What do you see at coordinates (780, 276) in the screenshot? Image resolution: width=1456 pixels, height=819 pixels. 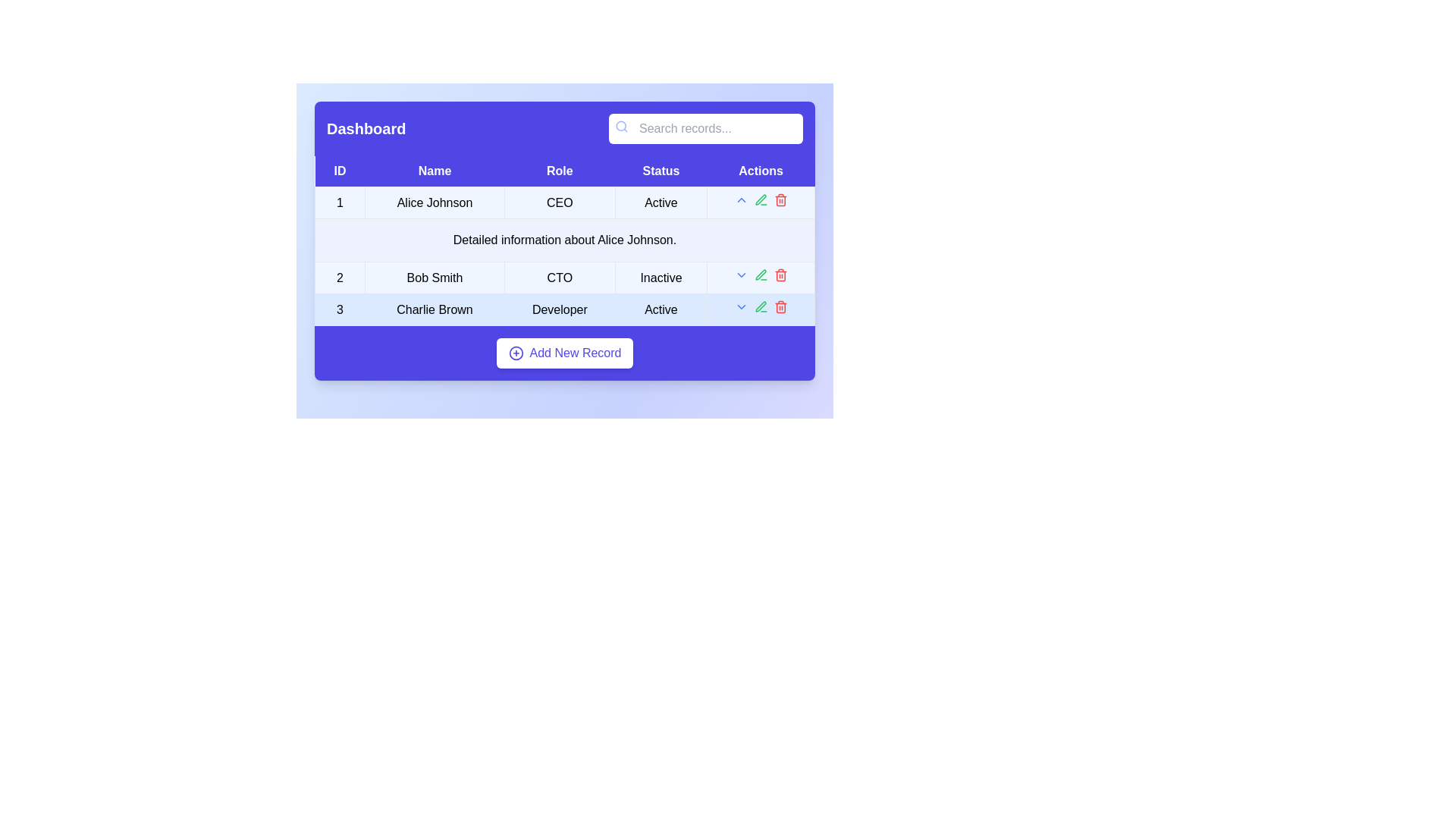 I see `the vertically-oriented rectangle of the trash can icon used for delete action in the 'Actions' column associated with the second record listing 'Bob Smith - CTO'` at bounding box center [780, 276].